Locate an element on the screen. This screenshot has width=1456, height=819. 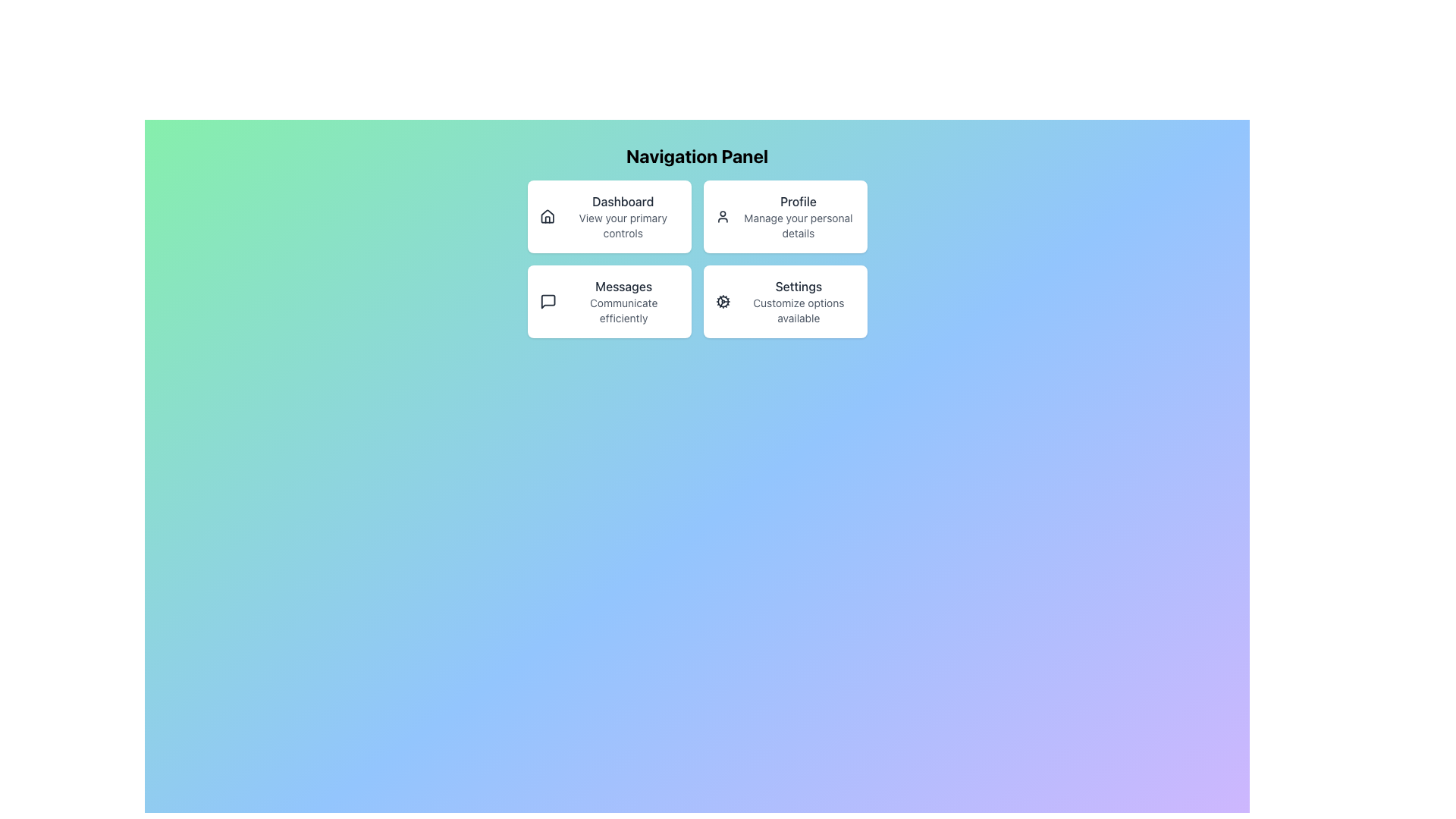
the Dashboard icon, which is a visual indicator on the navigation panel, positioned to the far left and vertically centered with the text 'Dashboard: View your primary controls' is located at coordinates (546, 216).